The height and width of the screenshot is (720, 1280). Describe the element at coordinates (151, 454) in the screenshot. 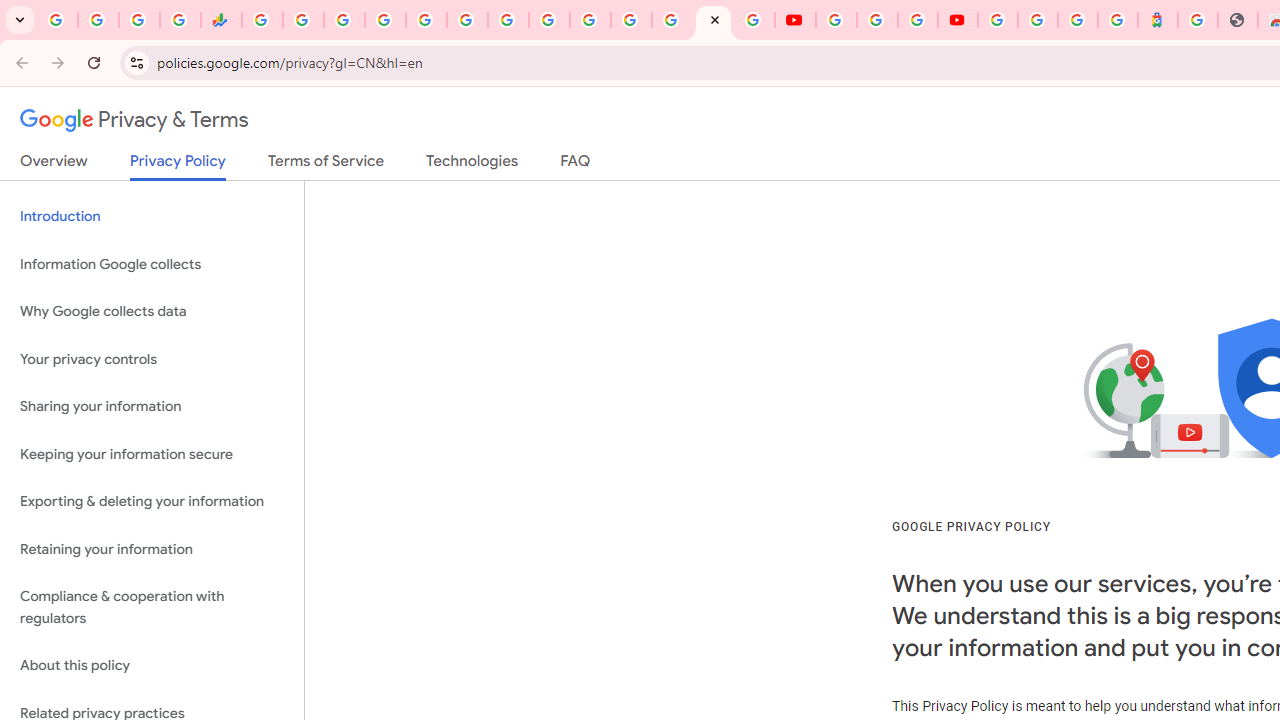

I see `'Keeping your information secure'` at that location.